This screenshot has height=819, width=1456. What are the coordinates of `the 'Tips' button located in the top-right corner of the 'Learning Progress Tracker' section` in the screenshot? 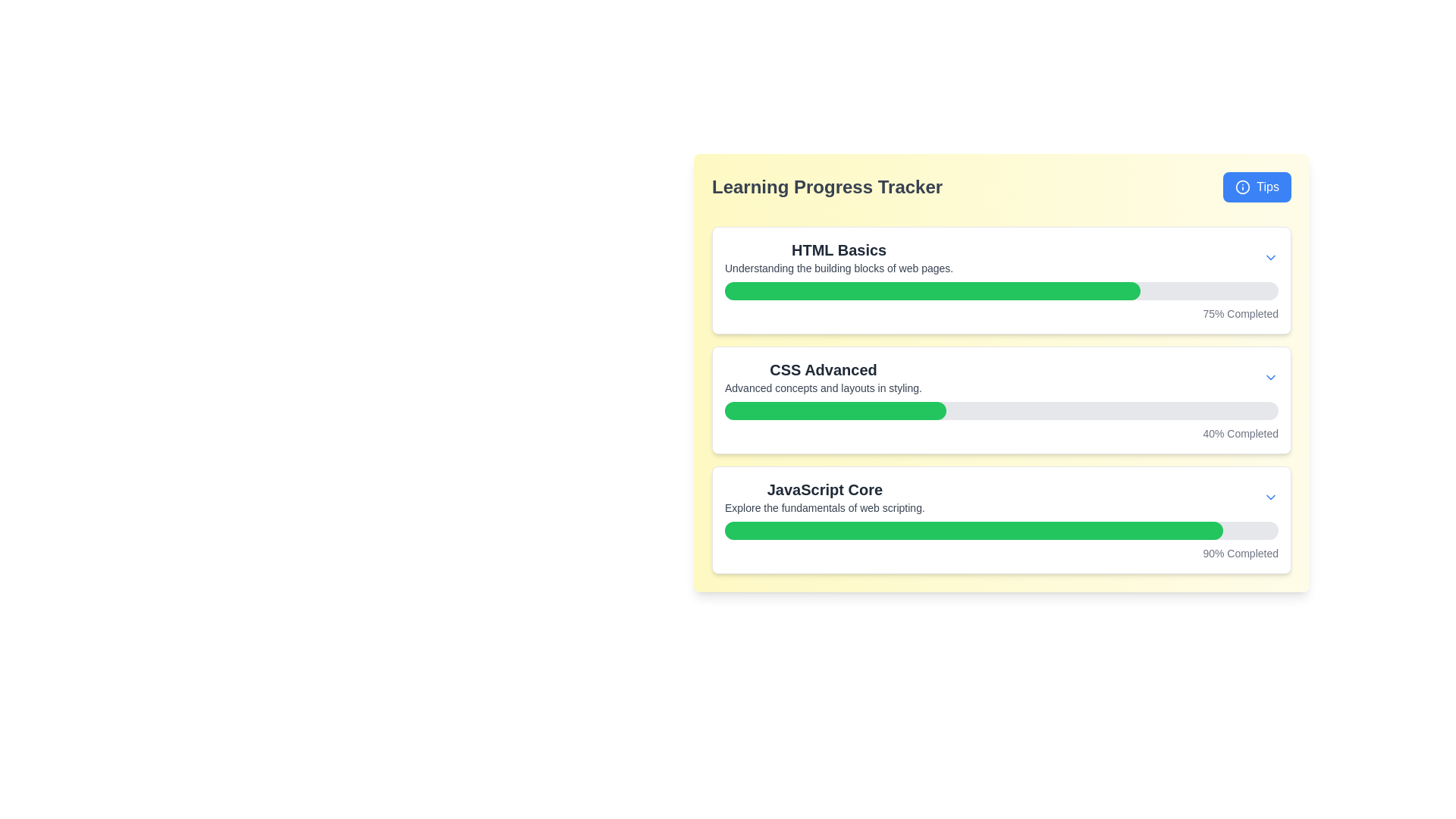 It's located at (1257, 186).